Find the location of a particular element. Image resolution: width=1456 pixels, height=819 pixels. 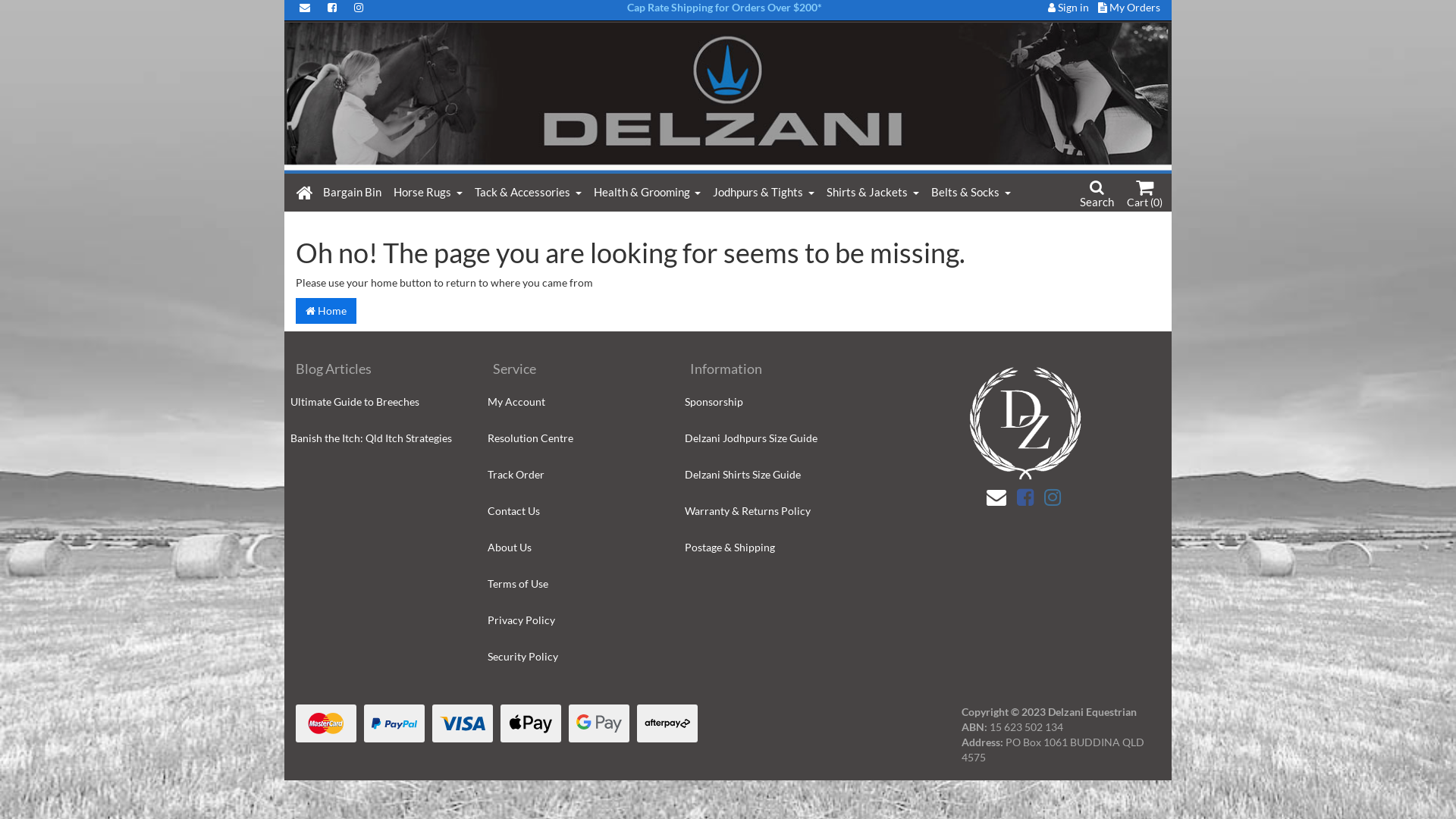

'Contact Us' is located at coordinates (573, 511).